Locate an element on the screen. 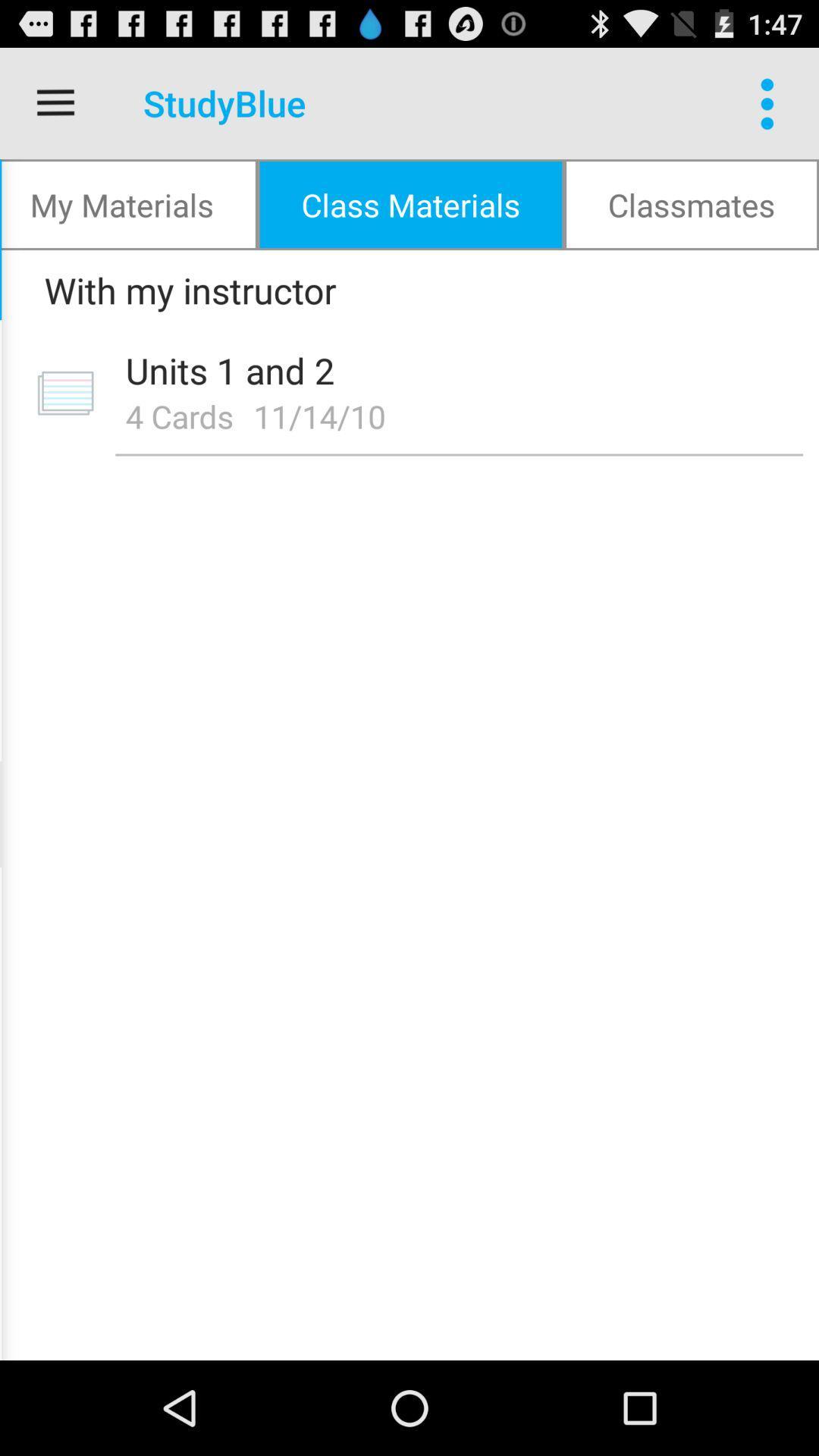 The width and height of the screenshot is (819, 1456). the 4 cards icon is located at coordinates (178, 416).